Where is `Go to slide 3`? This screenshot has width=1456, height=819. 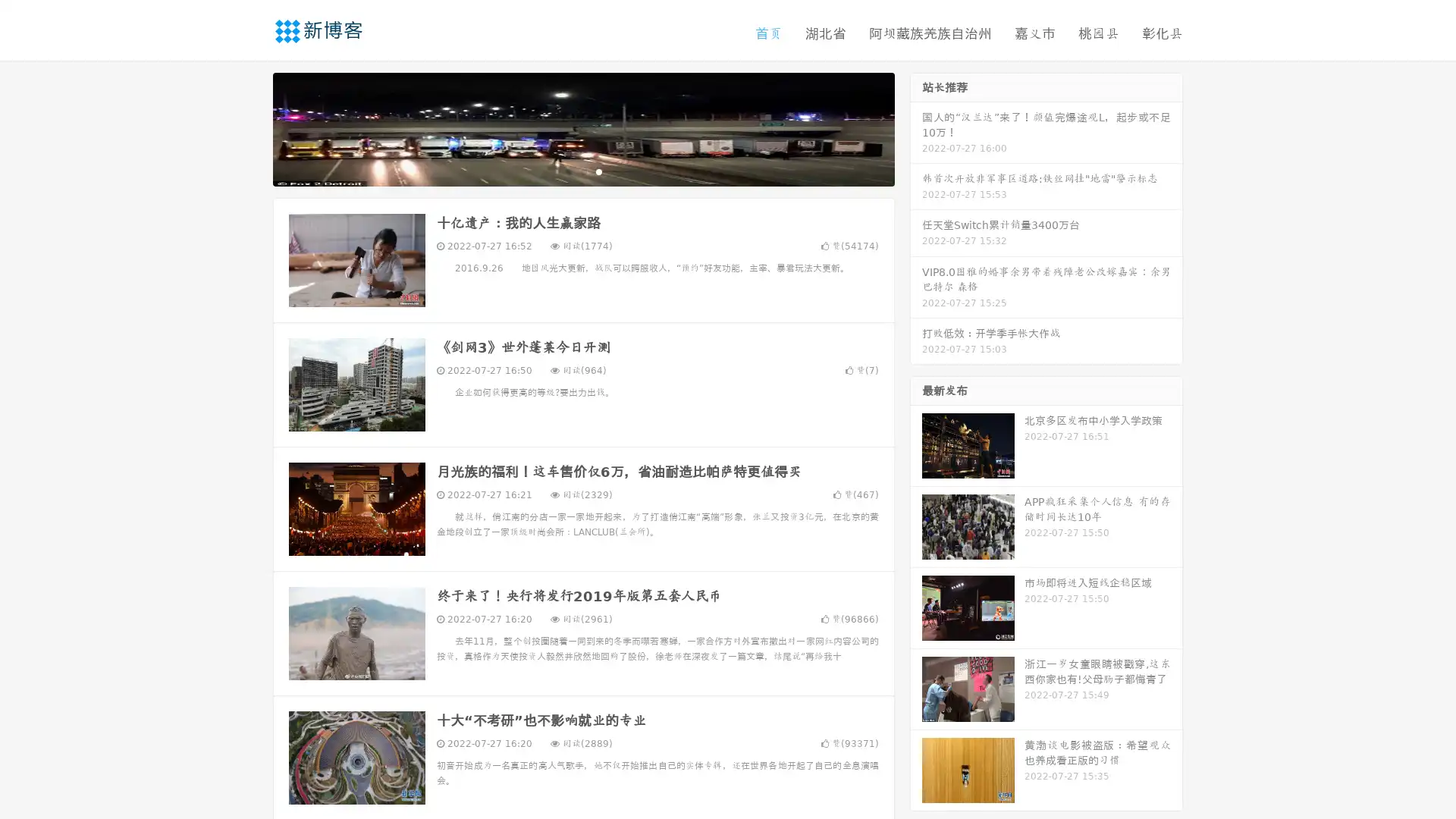 Go to slide 3 is located at coordinates (598, 171).